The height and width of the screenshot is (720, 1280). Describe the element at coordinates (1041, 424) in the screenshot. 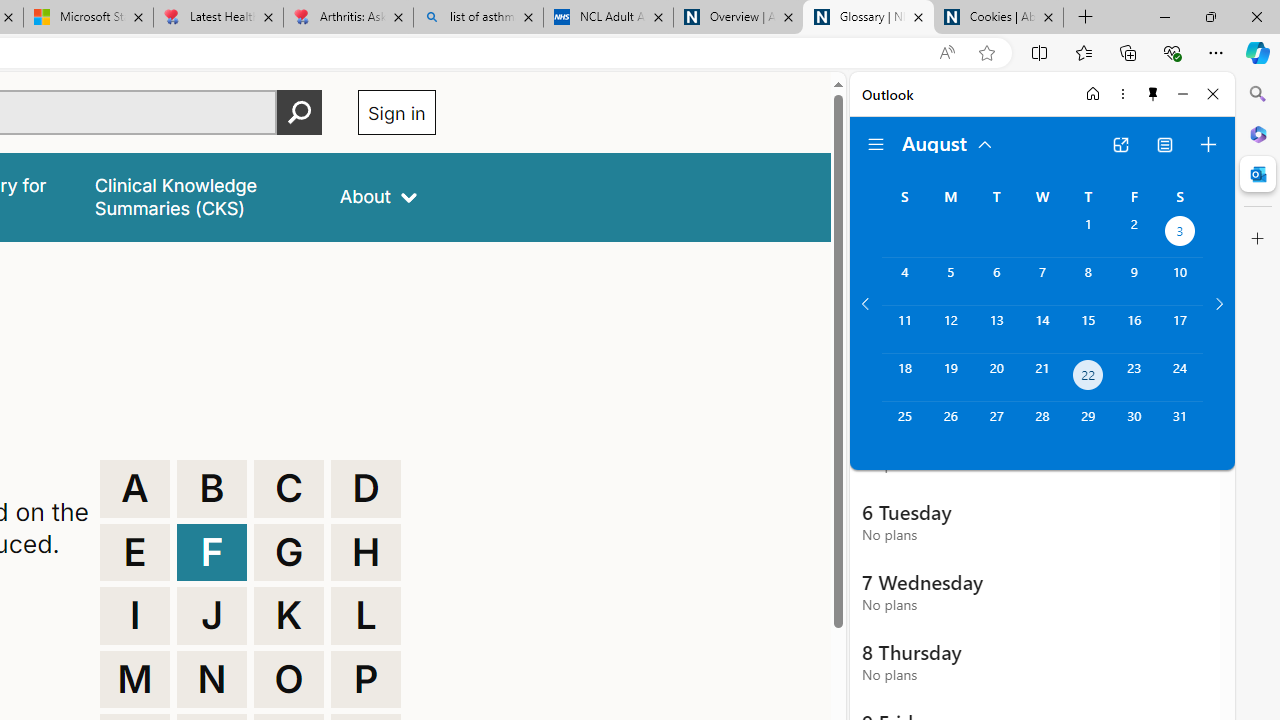

I see `'Wednesday, August 28, 2024. '` at that location.